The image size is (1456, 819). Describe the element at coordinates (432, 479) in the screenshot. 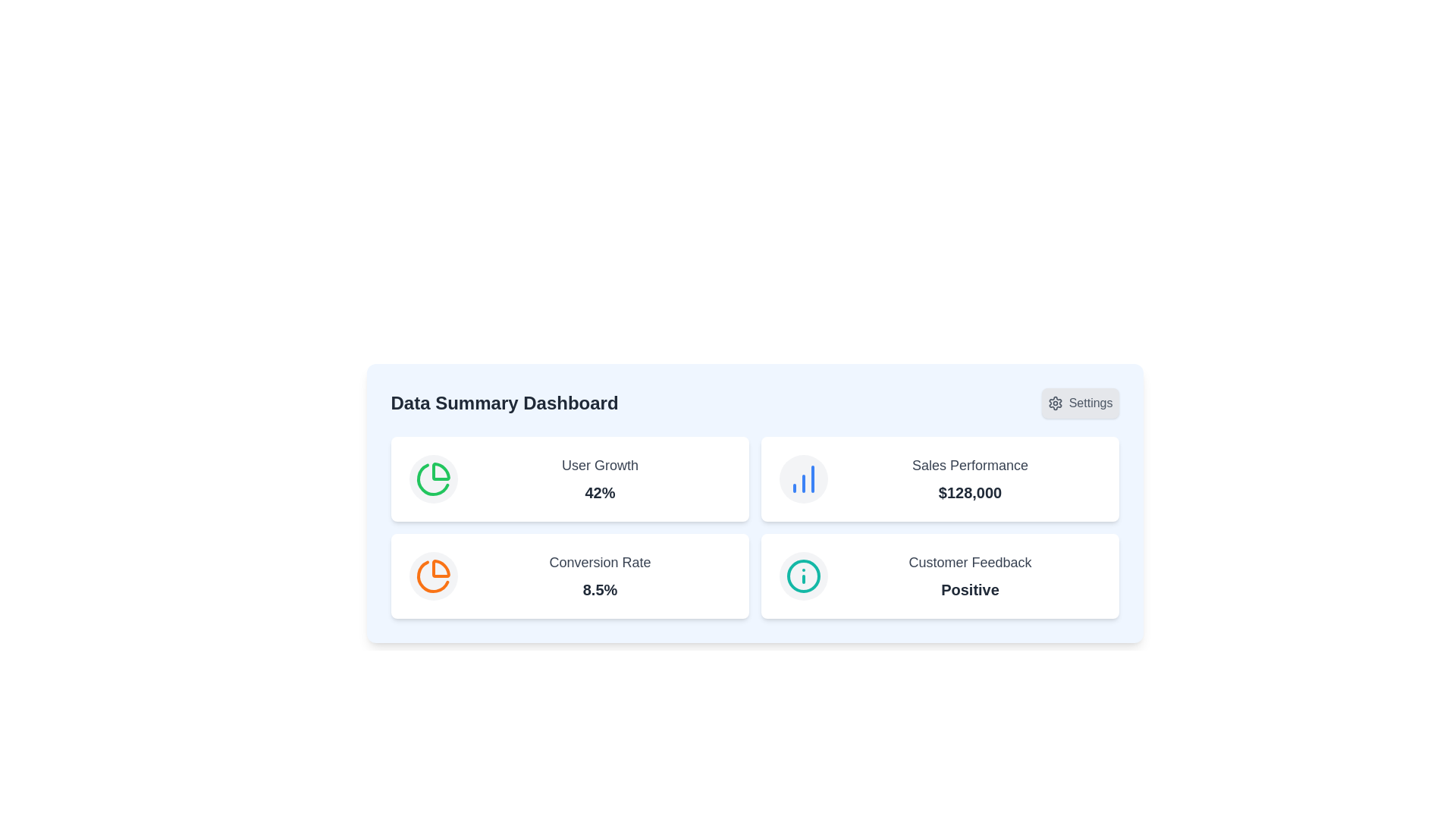

I see `the pie chart icon located in the top-left card of the four smaller white rectangular cards on the main dashboard, positioned below the 'Data Summary Dashboard' title and to the left of the 'User Growth' text` at that location.